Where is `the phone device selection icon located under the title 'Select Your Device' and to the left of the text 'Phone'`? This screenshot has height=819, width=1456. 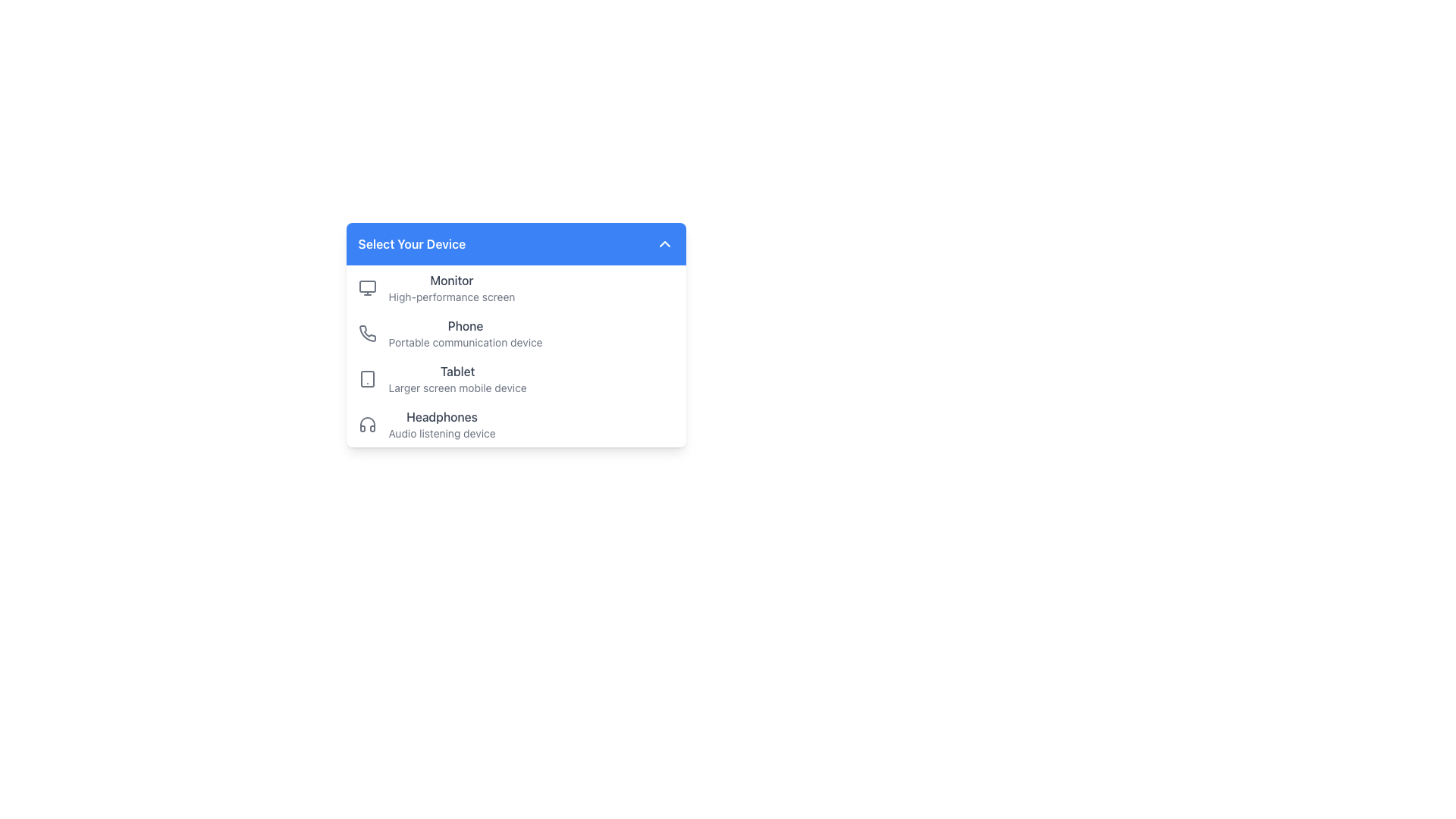 the phone device selection icon located under the title 'Select Your Device' and to the left of the text 'Phone' is located at coordinates (367, 332).